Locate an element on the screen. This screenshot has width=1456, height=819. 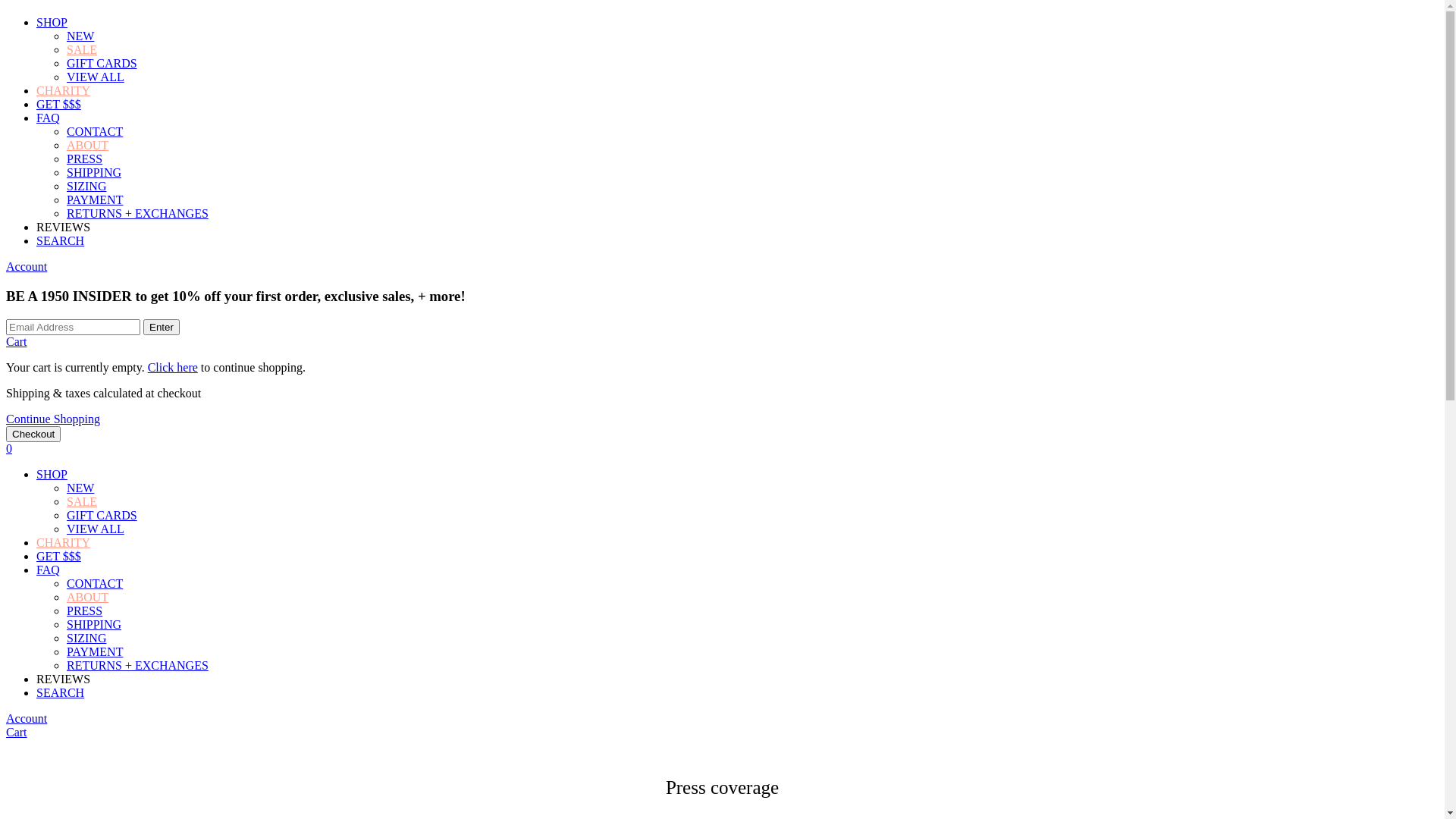
'GIFT CARDS' is located at coordinates (101, 514).